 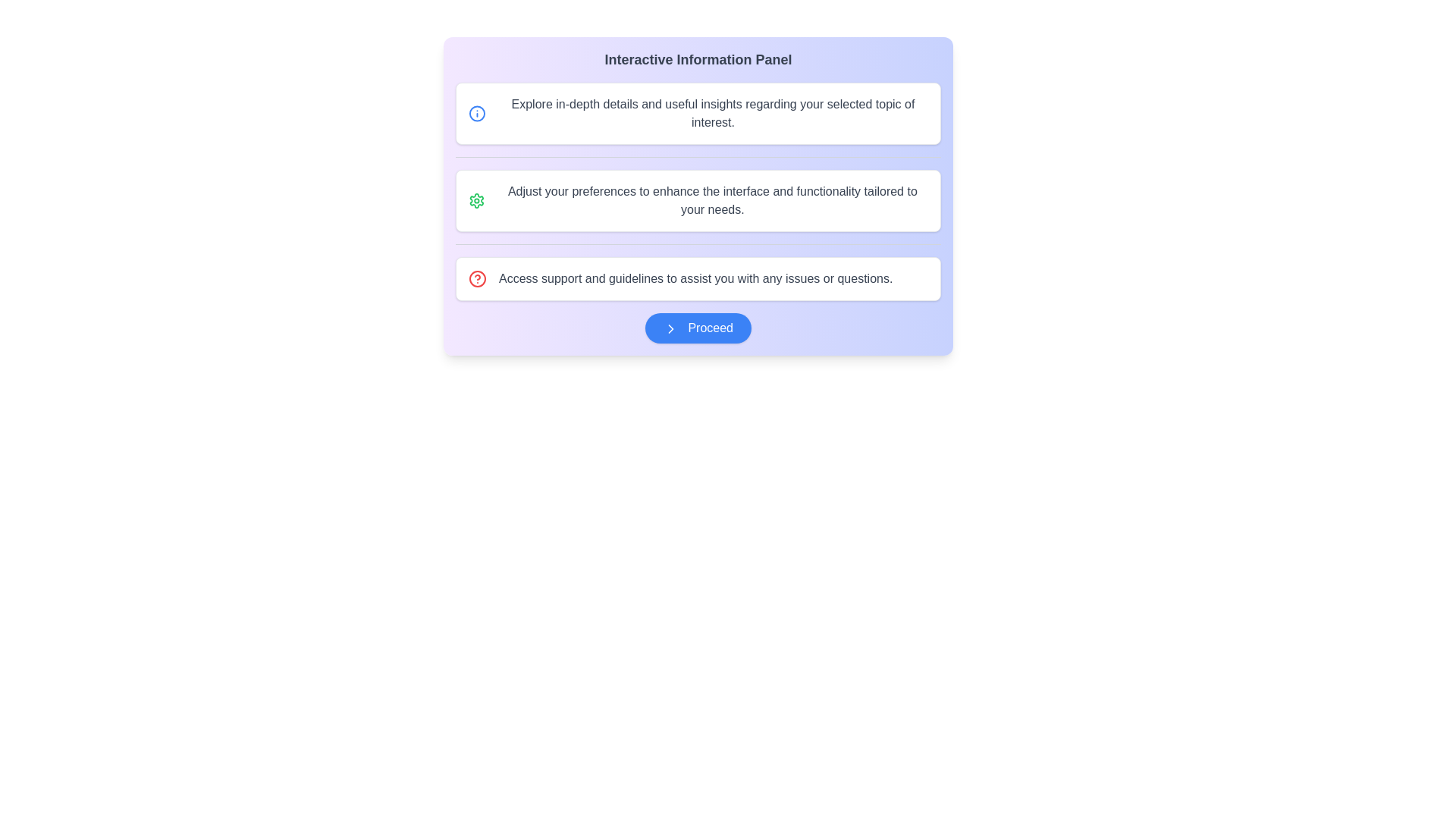 I want to click on the second horizontal separation line that divides the content blocks in the panel, located below the first content block and above the second block, so click(x=698, y=157).